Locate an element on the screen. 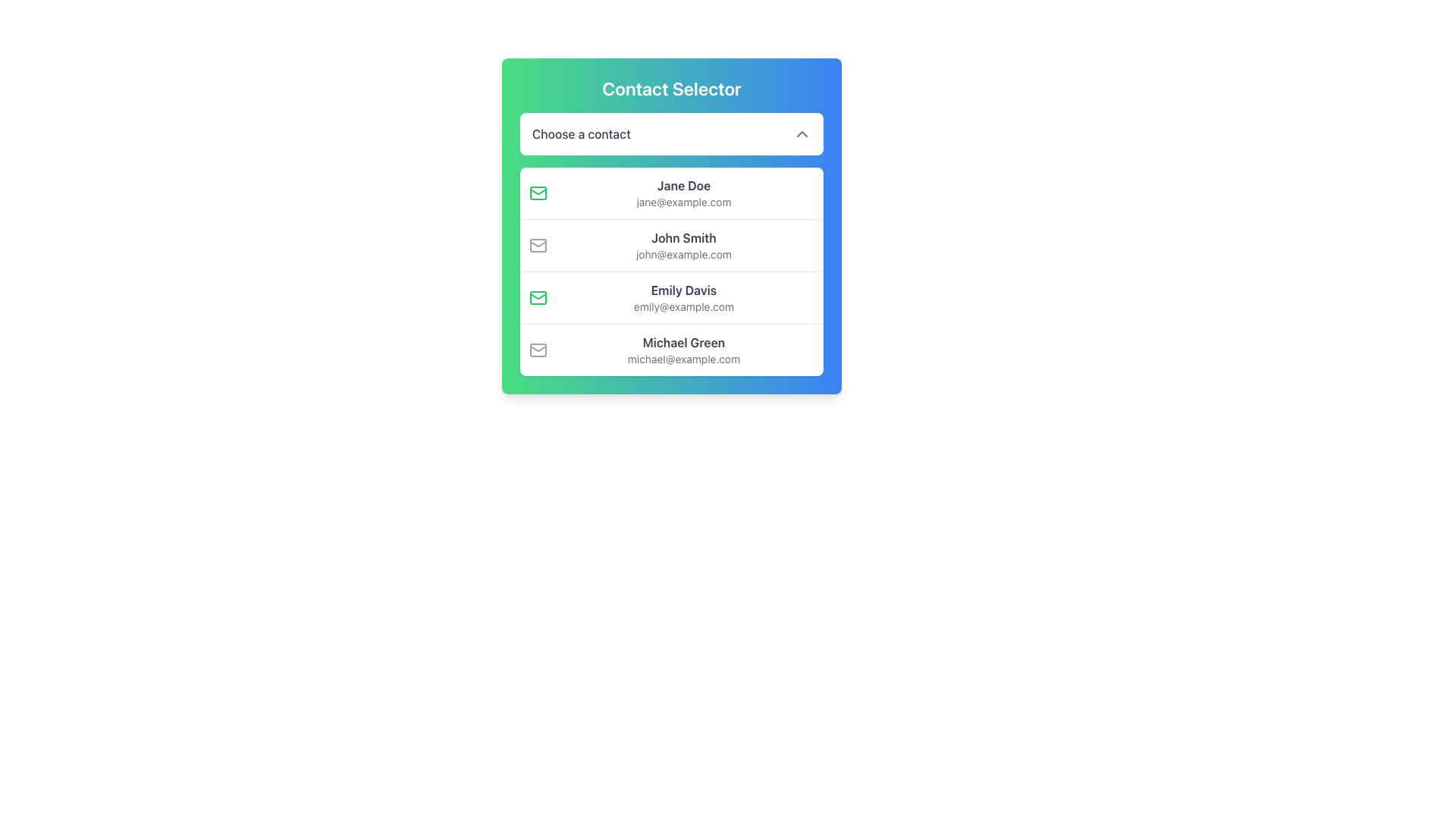  the visual indicator of the envelope icon associated with 'John Smith' in the Contact Selector interface is located at coordinates (538, 245).